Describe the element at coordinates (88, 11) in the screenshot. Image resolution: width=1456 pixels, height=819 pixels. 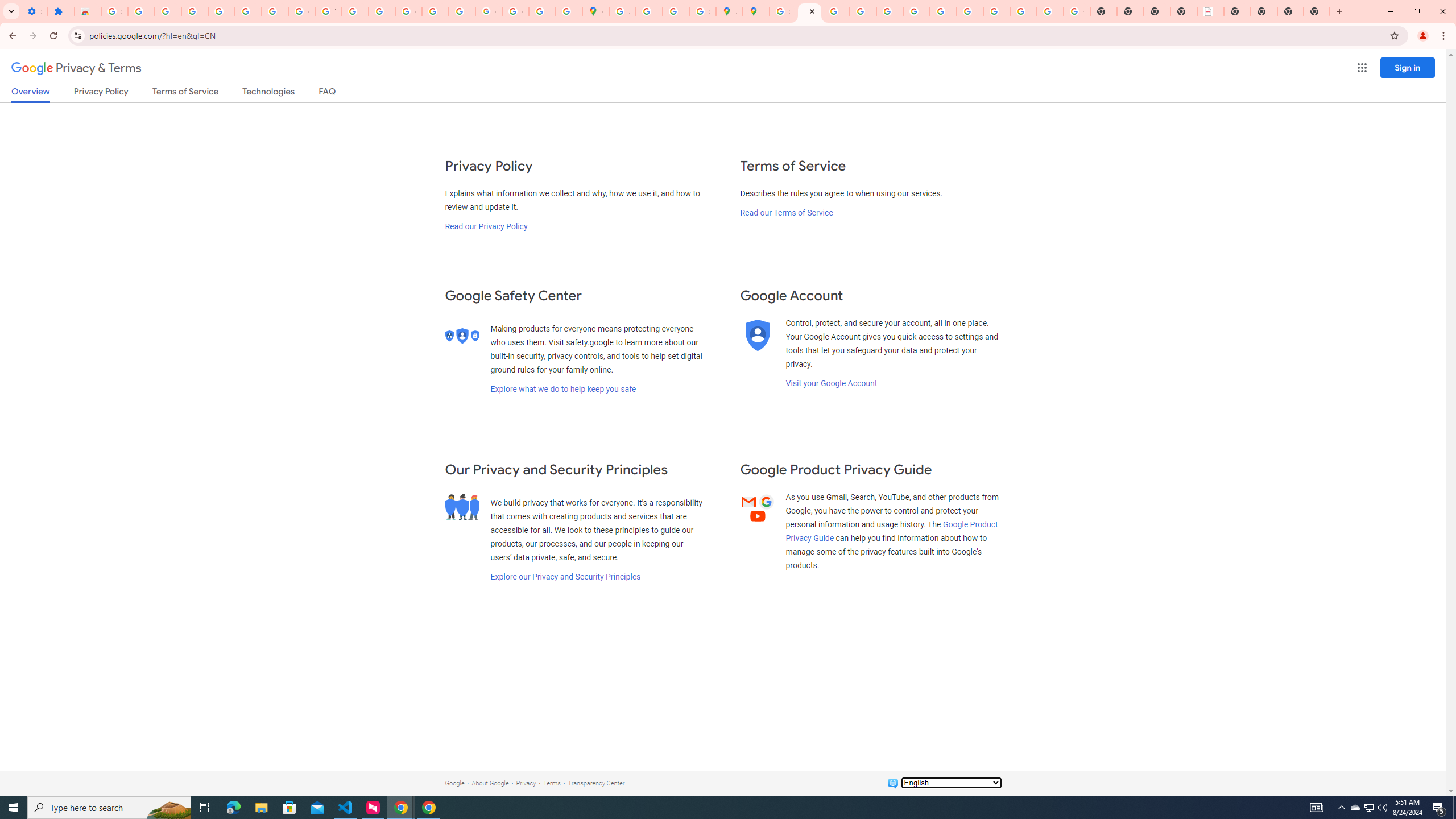
I see `'Reviews: Helix Fruit Jump Arcade Game'` at that location.